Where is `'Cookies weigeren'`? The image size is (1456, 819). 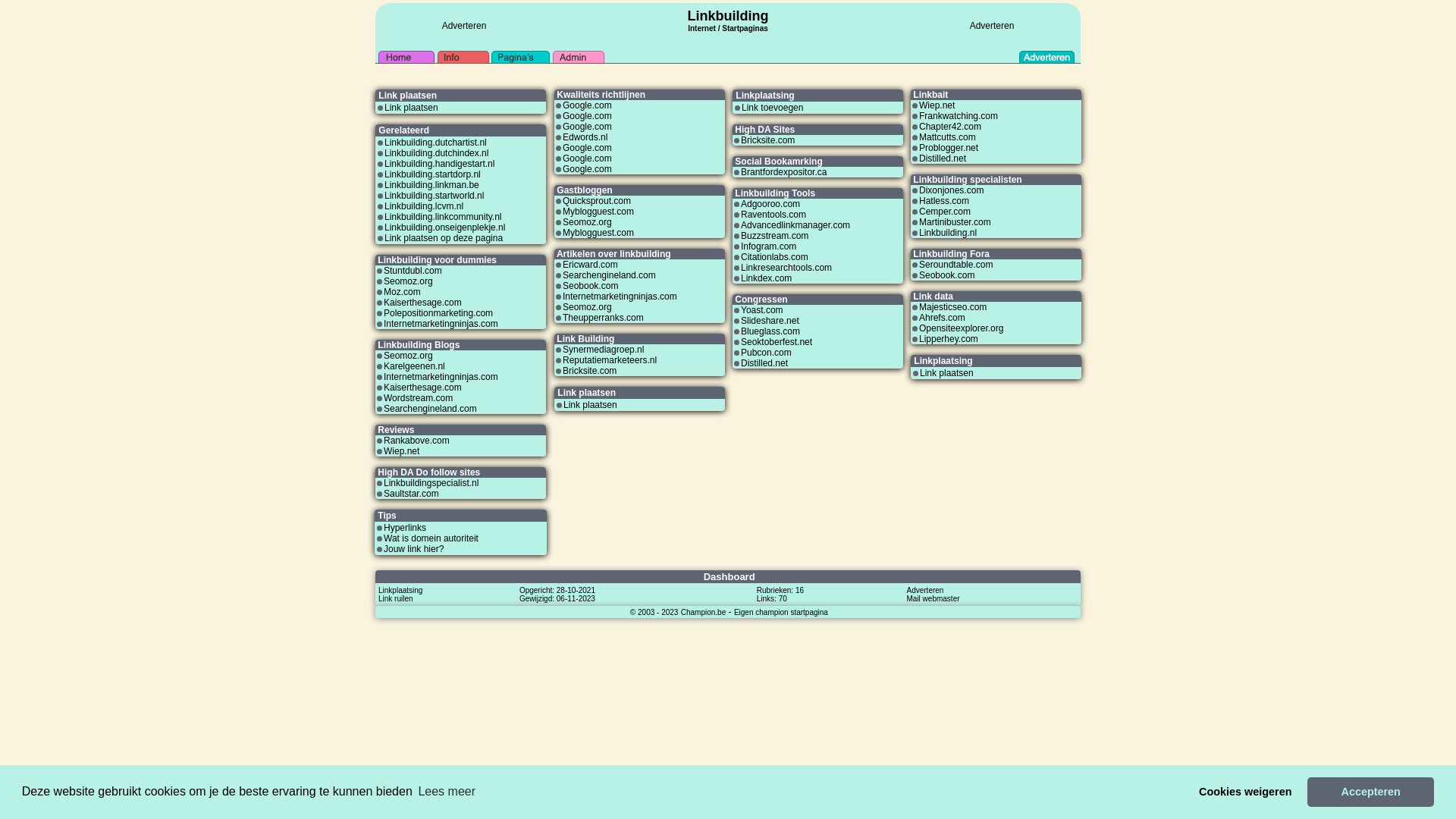
'Cookies weigeren' is located at coordinates (1245, 791).